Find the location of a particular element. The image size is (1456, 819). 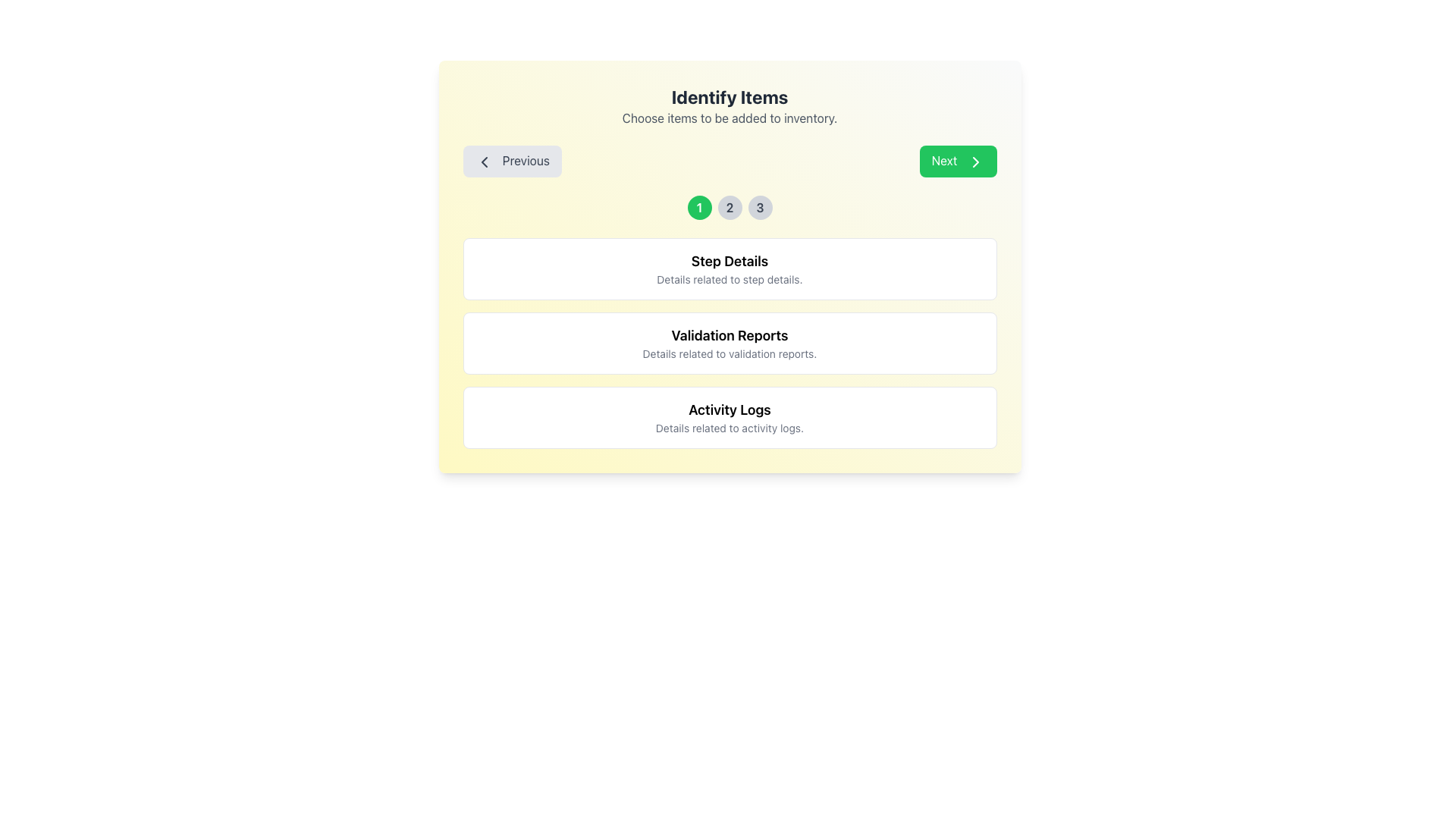

the 'Activity Logs' informational section, which contains the title 'Activity Logs' and the descriptive text 'Details related to activity logs.' is located at coordinates (730, 417).